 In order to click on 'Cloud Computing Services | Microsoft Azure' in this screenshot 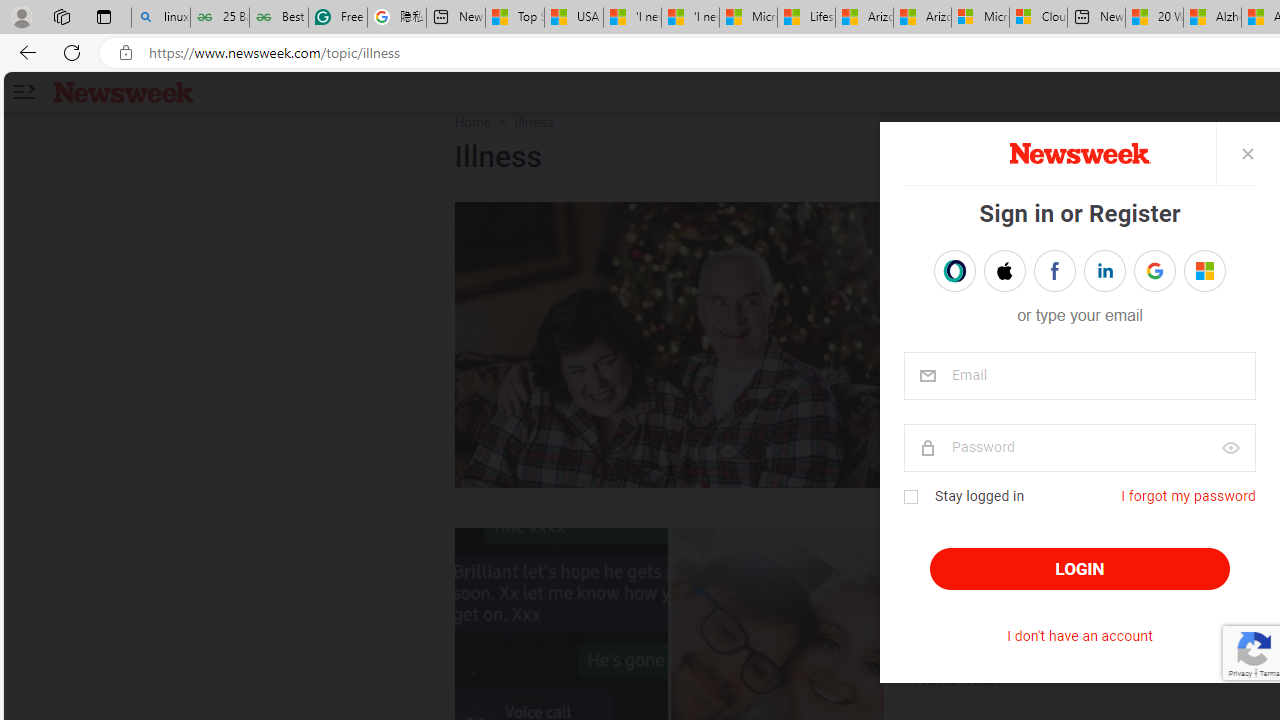, I will do `click(1038, 17)`.